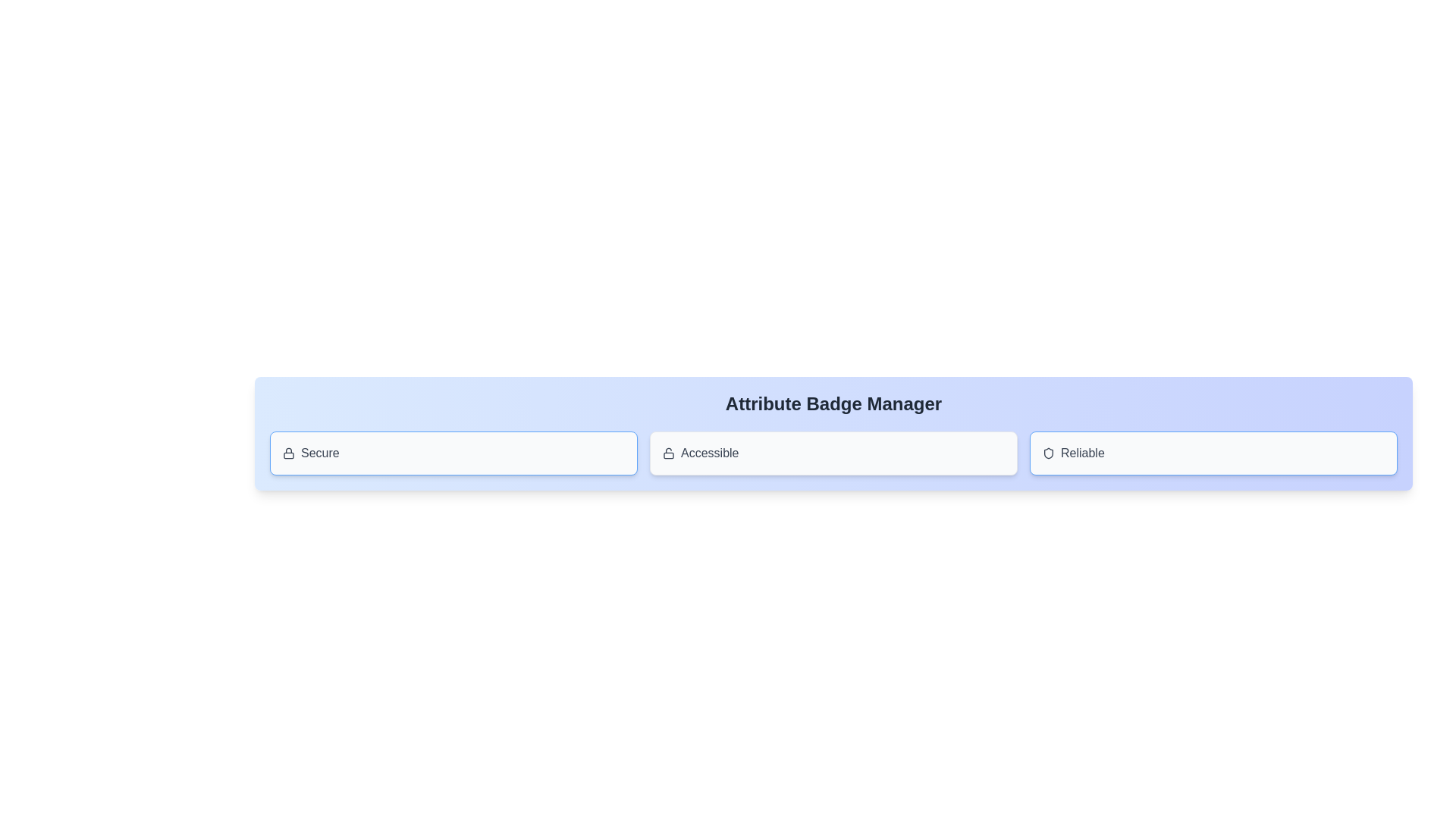 This screenshot has width=1456, height=819. What do you see at coordinates (453, 452) in the screenshot?
I see `the attribute badge labeled Secure to observe the hover effect` at bounding box center [453, 452].